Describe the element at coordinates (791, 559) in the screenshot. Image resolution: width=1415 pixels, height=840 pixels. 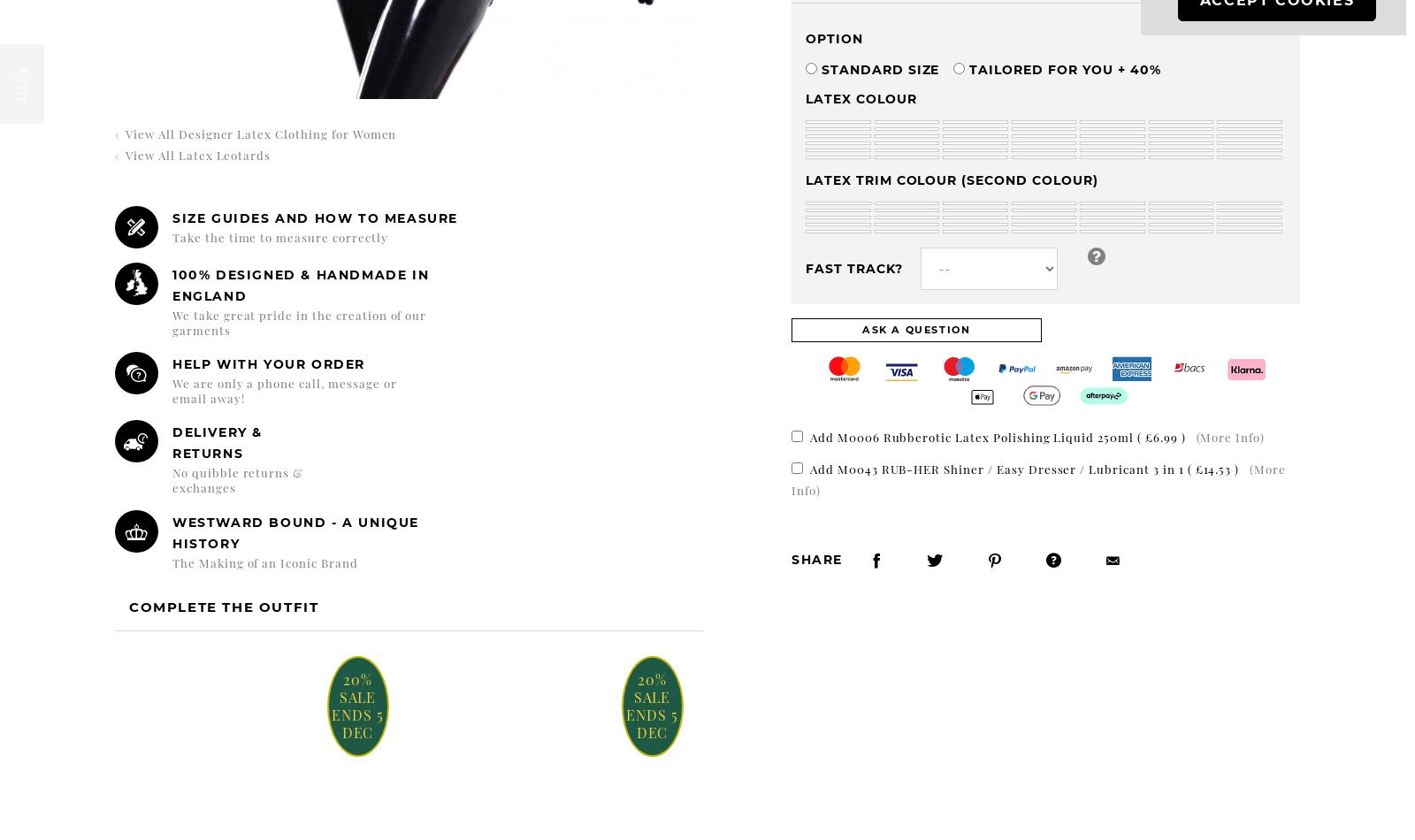
I see `'Share'` at that location.